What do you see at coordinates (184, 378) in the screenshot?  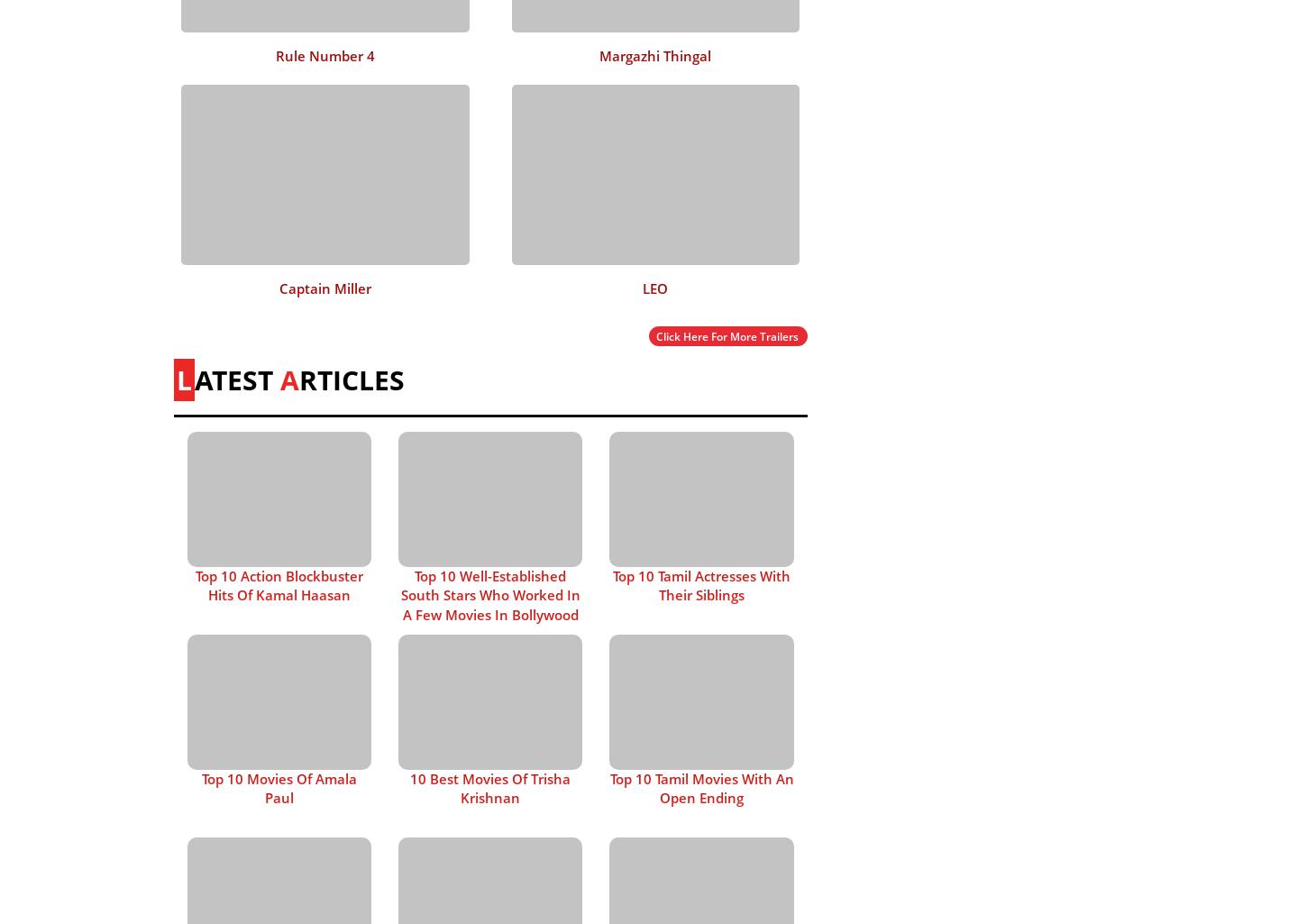 I see `'L'` at bounding box center [184, 378].